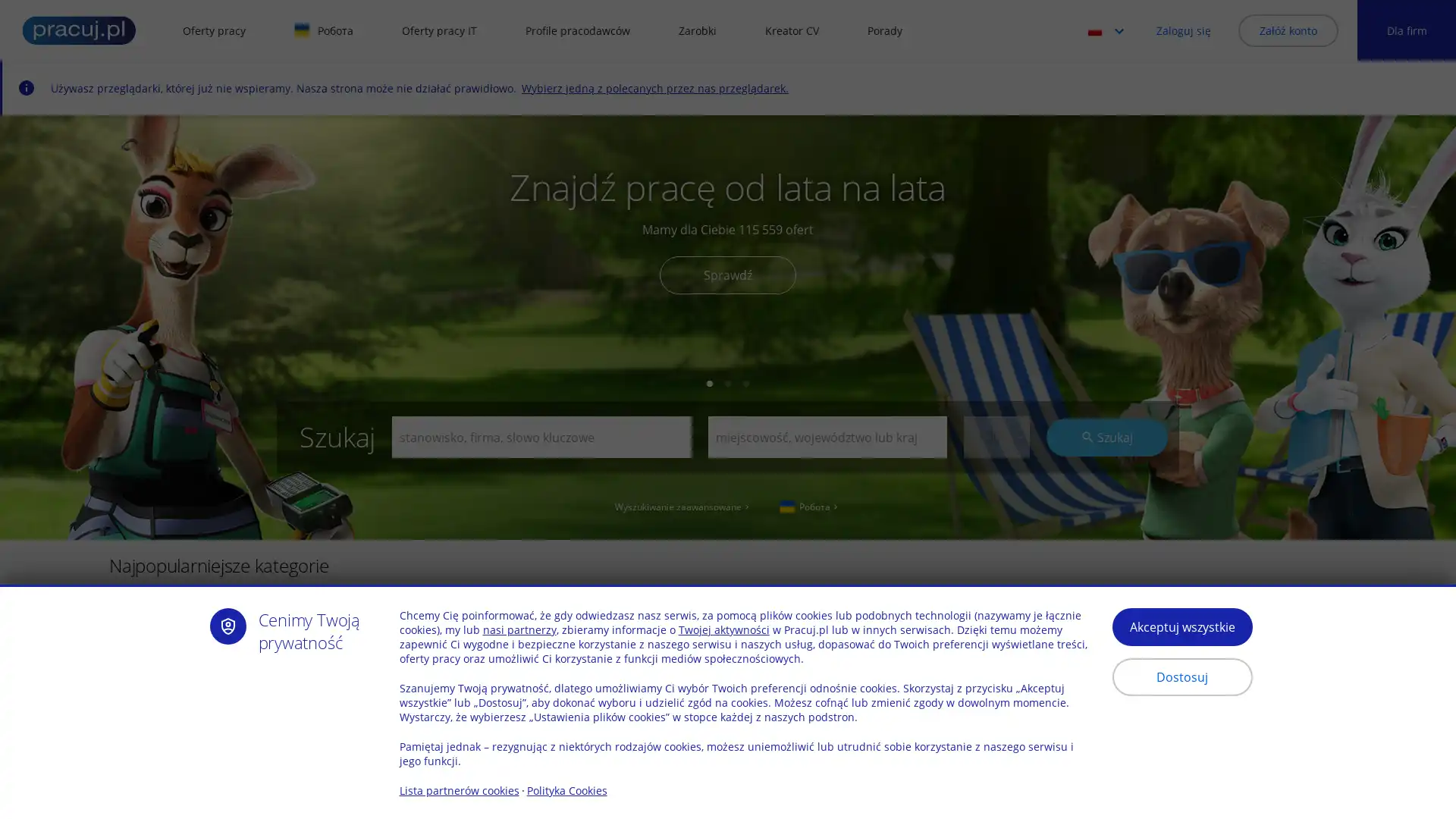 The image size is (1456, 819). I want to click on + 20 km, so click(996, 560).